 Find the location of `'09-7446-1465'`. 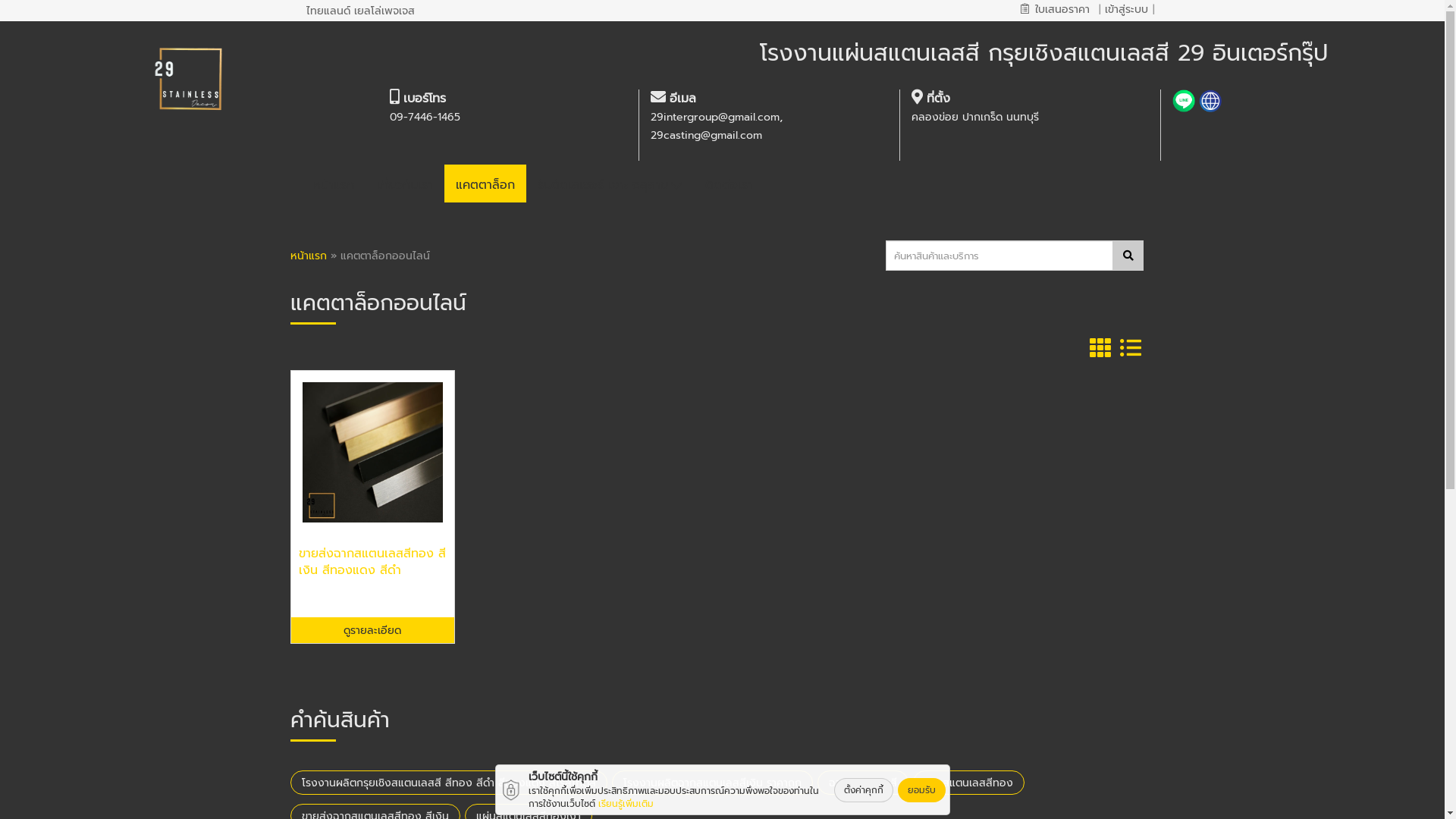

'09-7446-1465' is located at coordinates (425, 116).